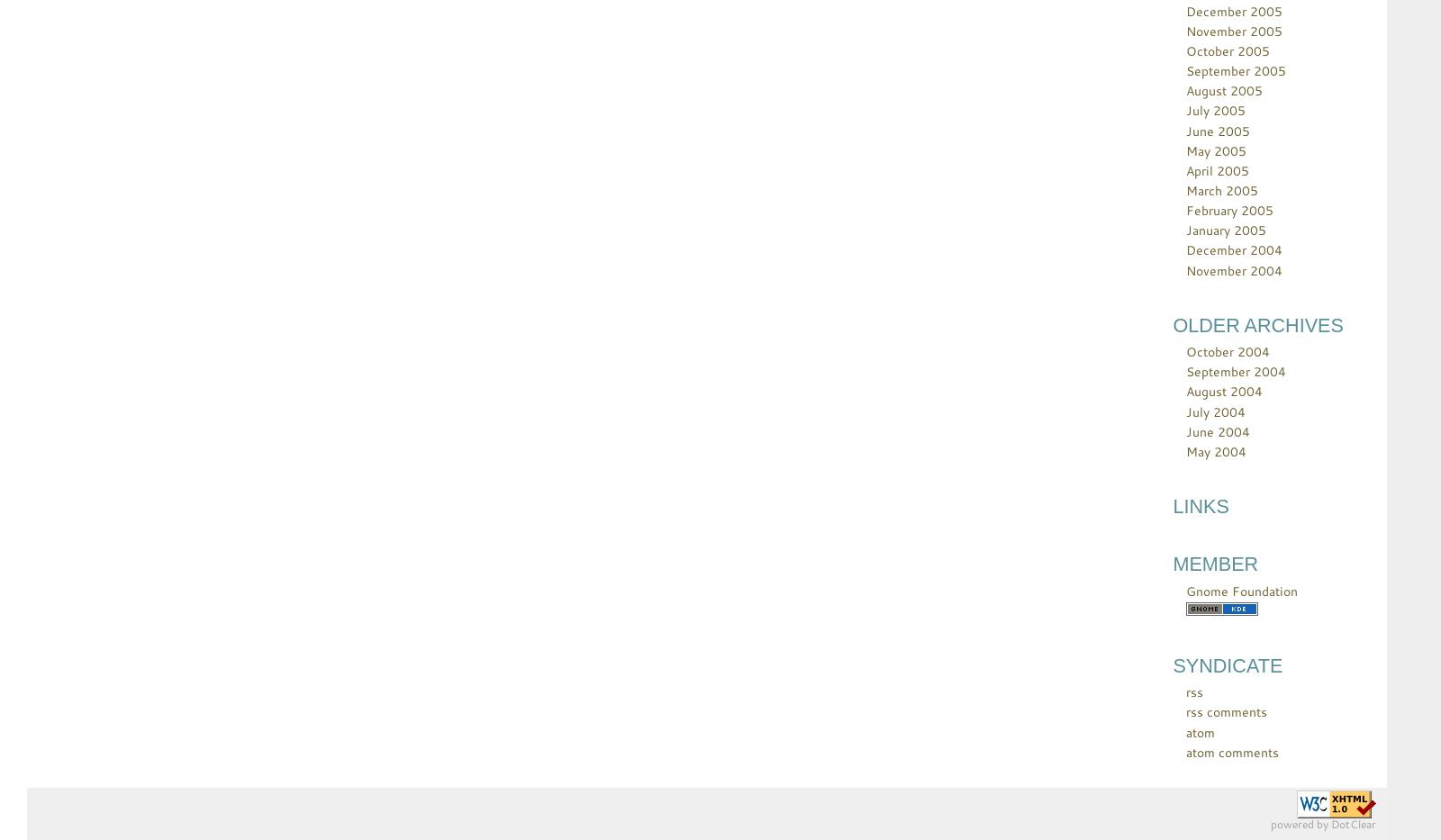 This screenshot has height=840, width=1441. I want to click on 'August 2004', so click(1223, 390).